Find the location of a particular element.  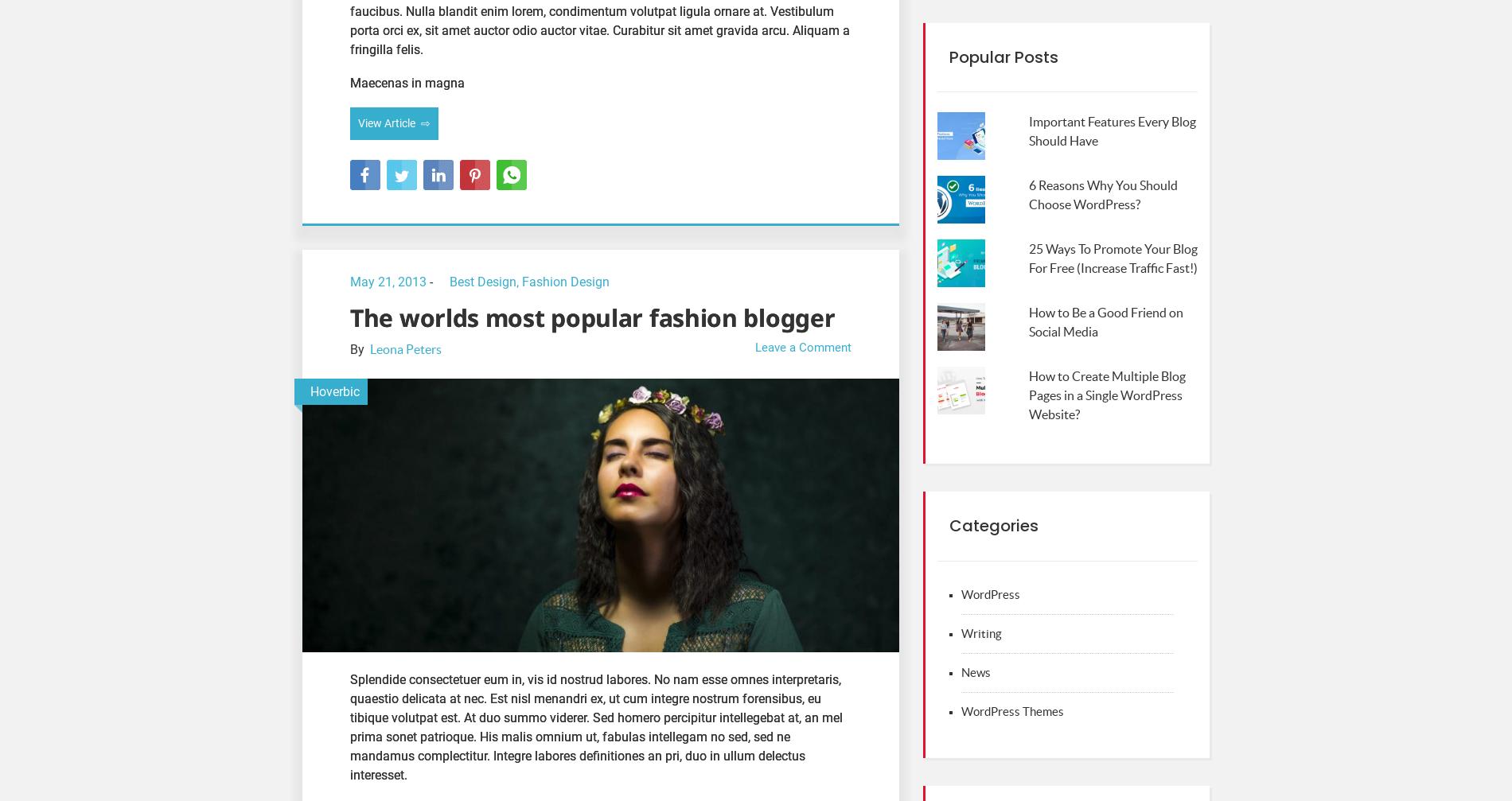

'Leave a Comment' is located at coordinates (803, 347).